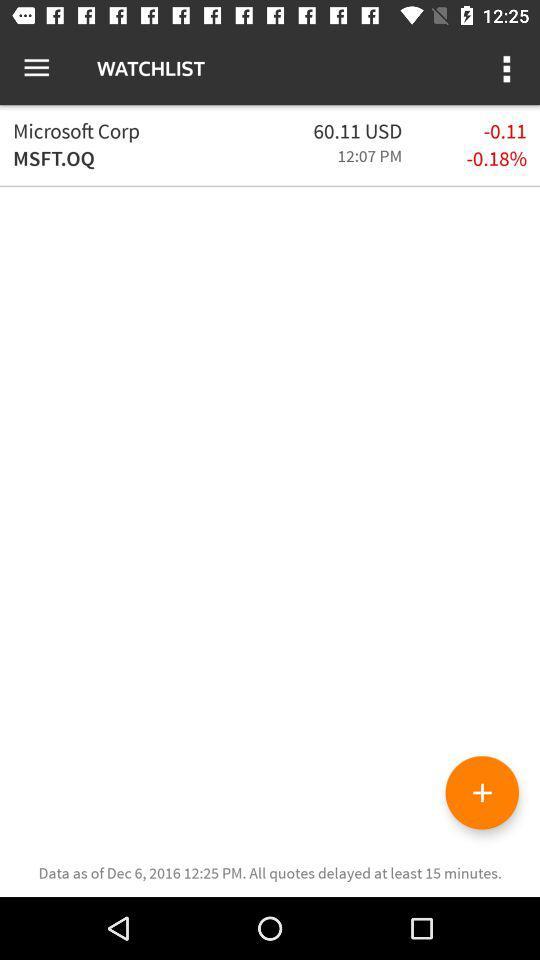  Describe the element at coordinates (481, 792) in the screenshot. I see `item above data as of` at that location.